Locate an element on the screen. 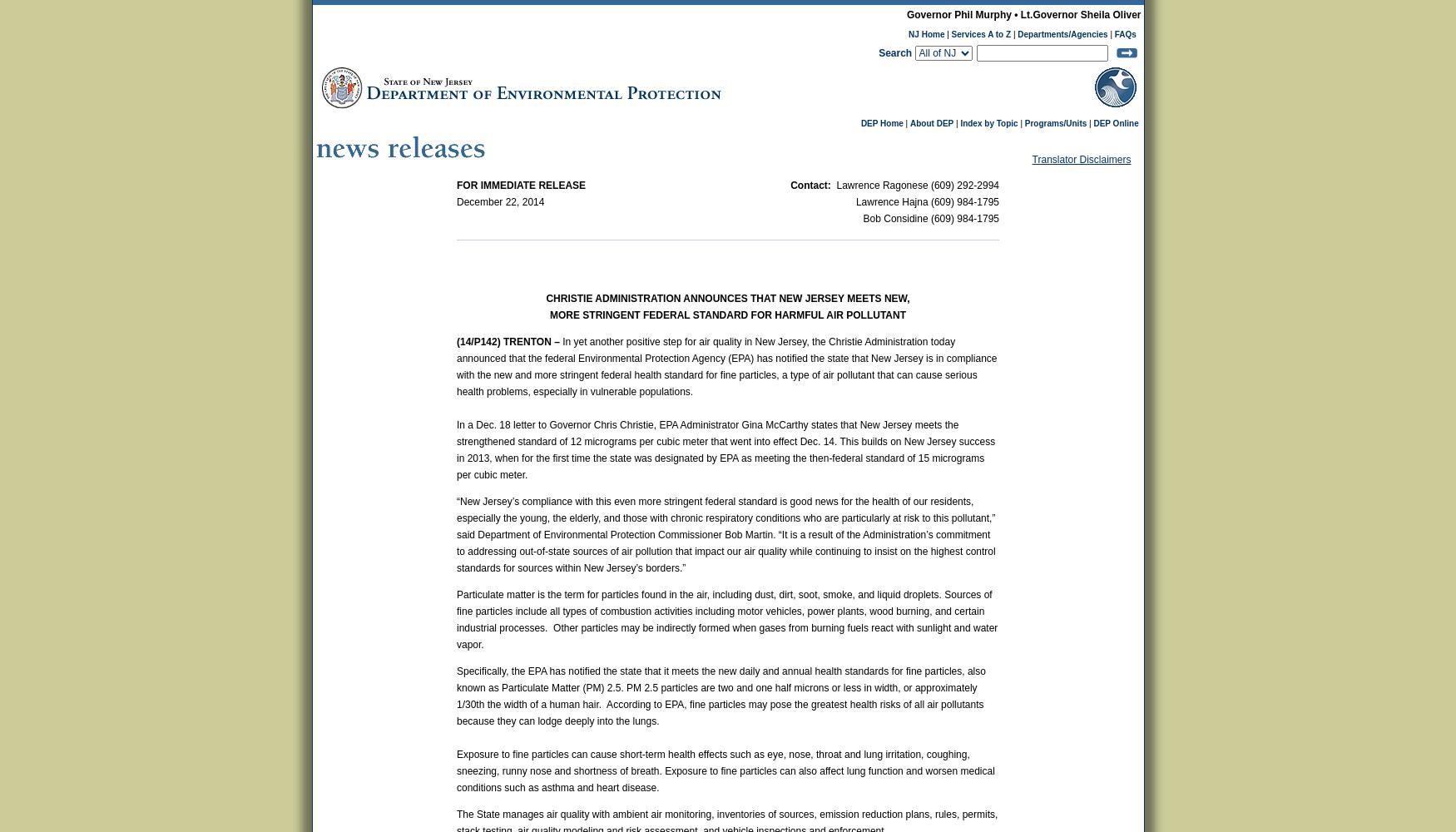  'Exposure to fine particles can cause short-term health effects such as eye,  nose, throat and lung irritation, coughing, sneezing, runny nose and shortness  of breath. Exposure to fine particles can also affect lung function and worsen  medical conditions such as asthma and heart disease.' is located at coordinates (726, 771).